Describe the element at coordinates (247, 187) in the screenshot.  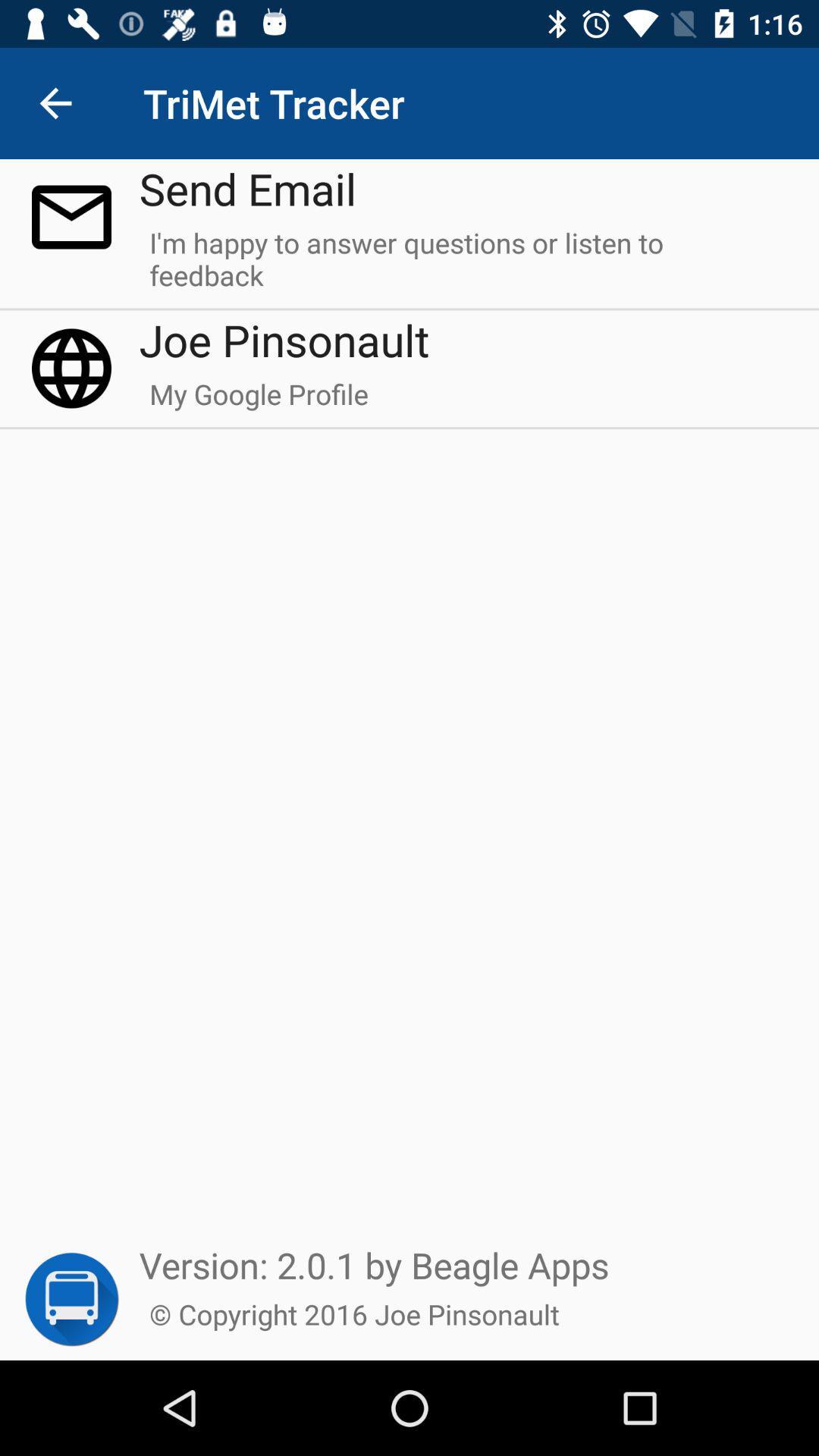
I see `icon above i m happy` at that location.